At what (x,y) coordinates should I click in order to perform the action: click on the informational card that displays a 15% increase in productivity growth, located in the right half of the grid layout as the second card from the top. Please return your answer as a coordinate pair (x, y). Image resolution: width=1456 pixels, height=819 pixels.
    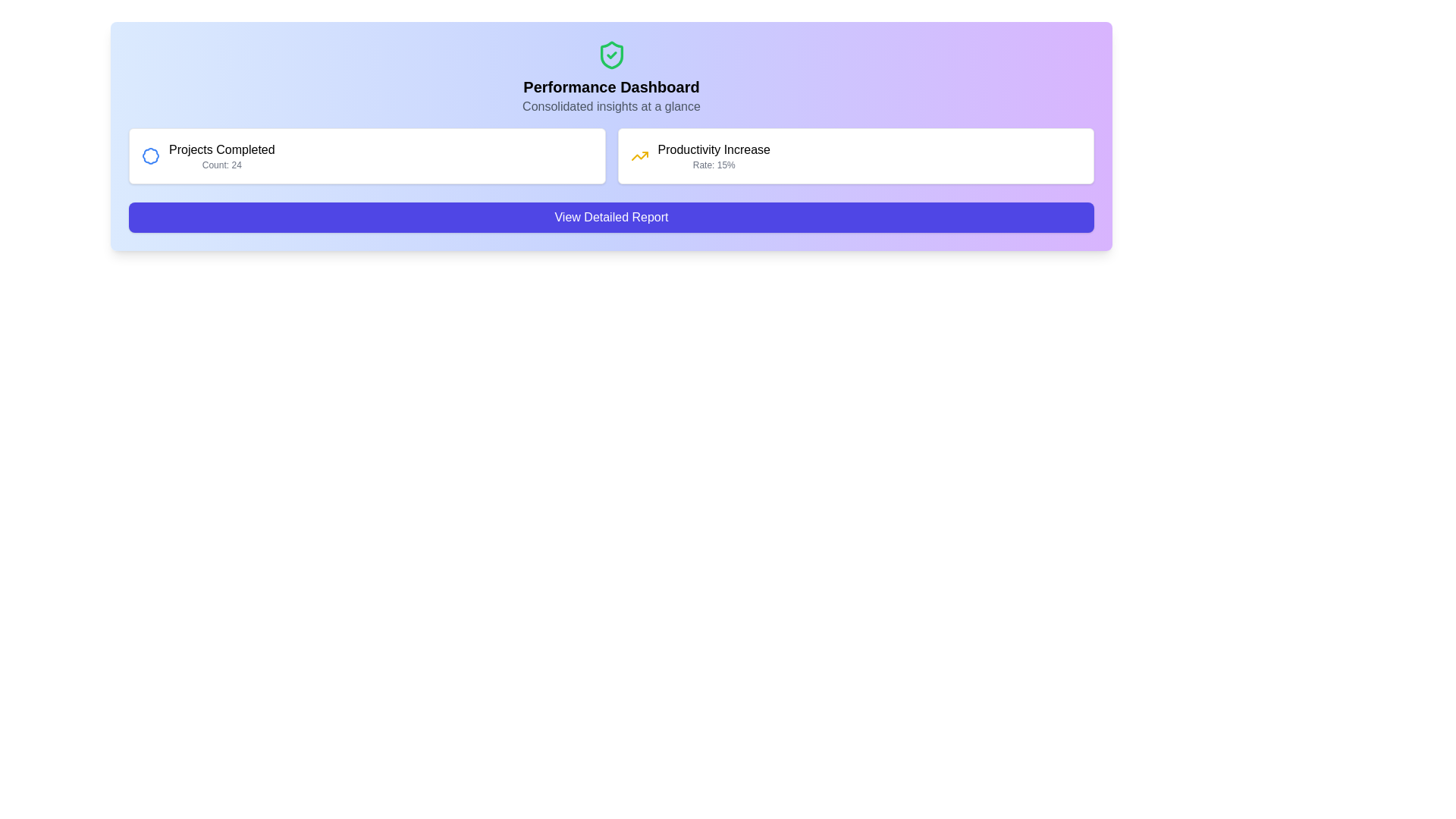
    Looking at the image, I should click on (855, 155).